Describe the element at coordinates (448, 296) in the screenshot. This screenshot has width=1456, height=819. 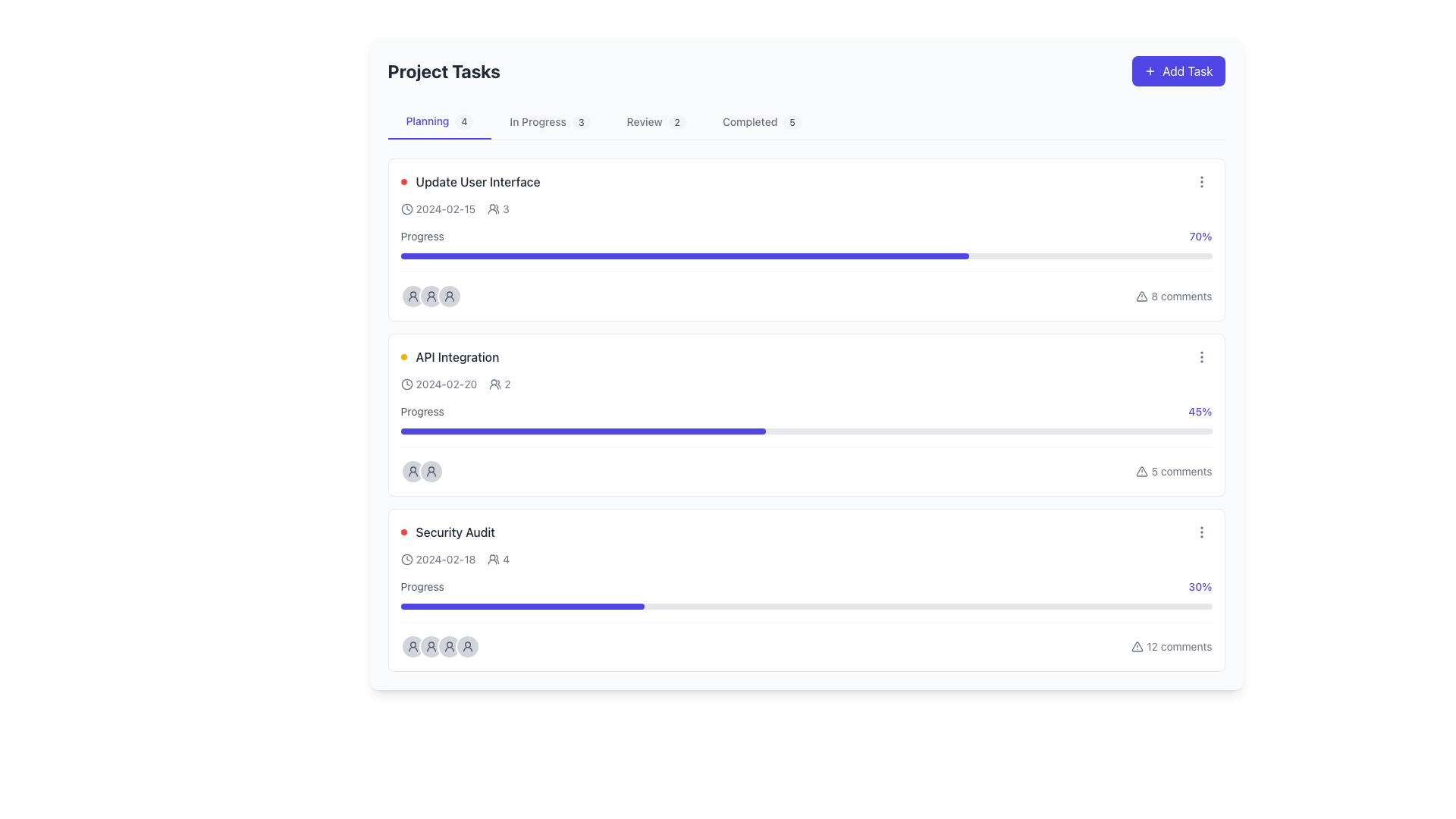
I see `the third avatar icon in the 'Update User Interface' task row` at that location.